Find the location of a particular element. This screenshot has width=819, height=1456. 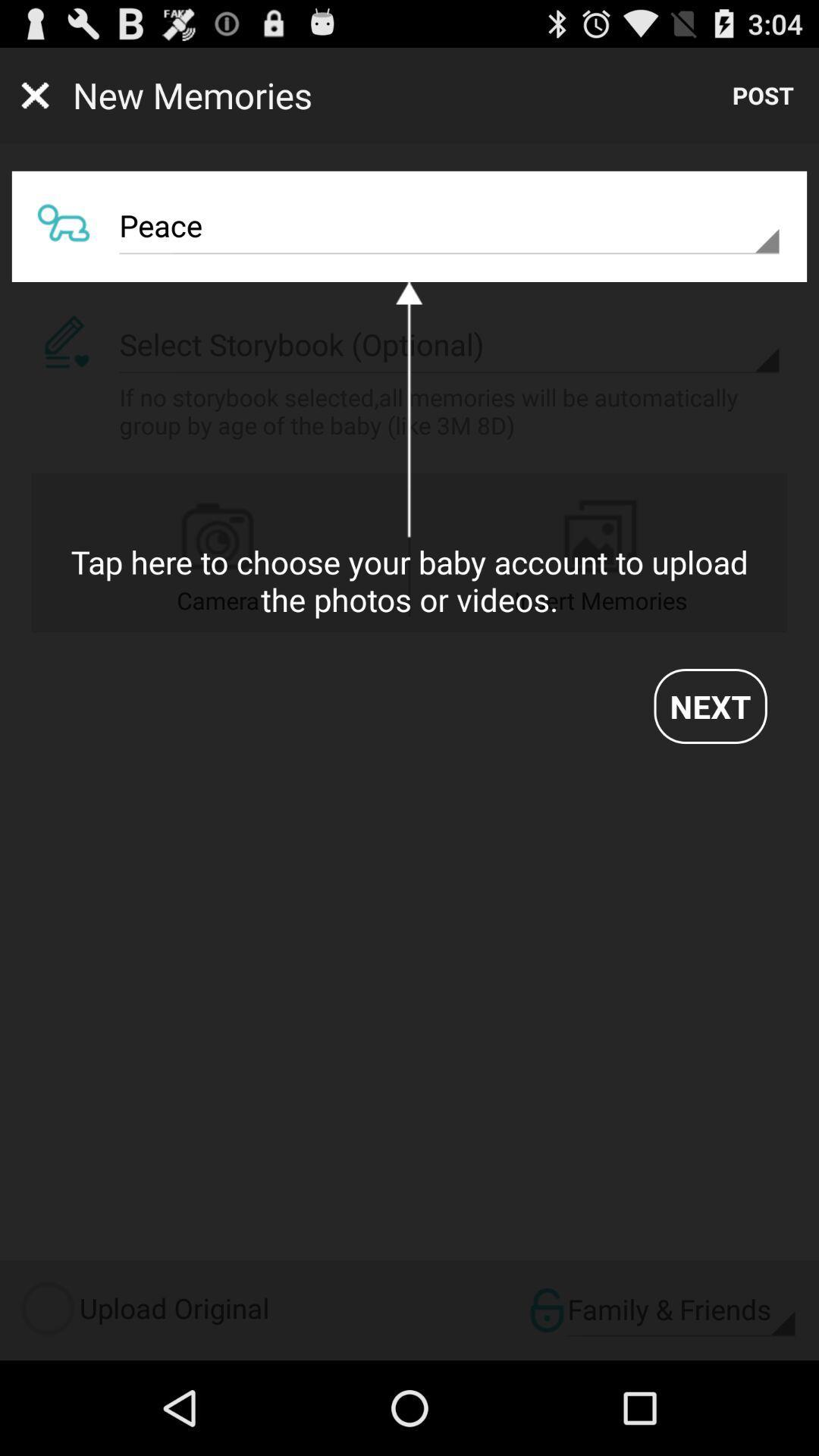

item below the tap here to is located at coordinates (711, 705).